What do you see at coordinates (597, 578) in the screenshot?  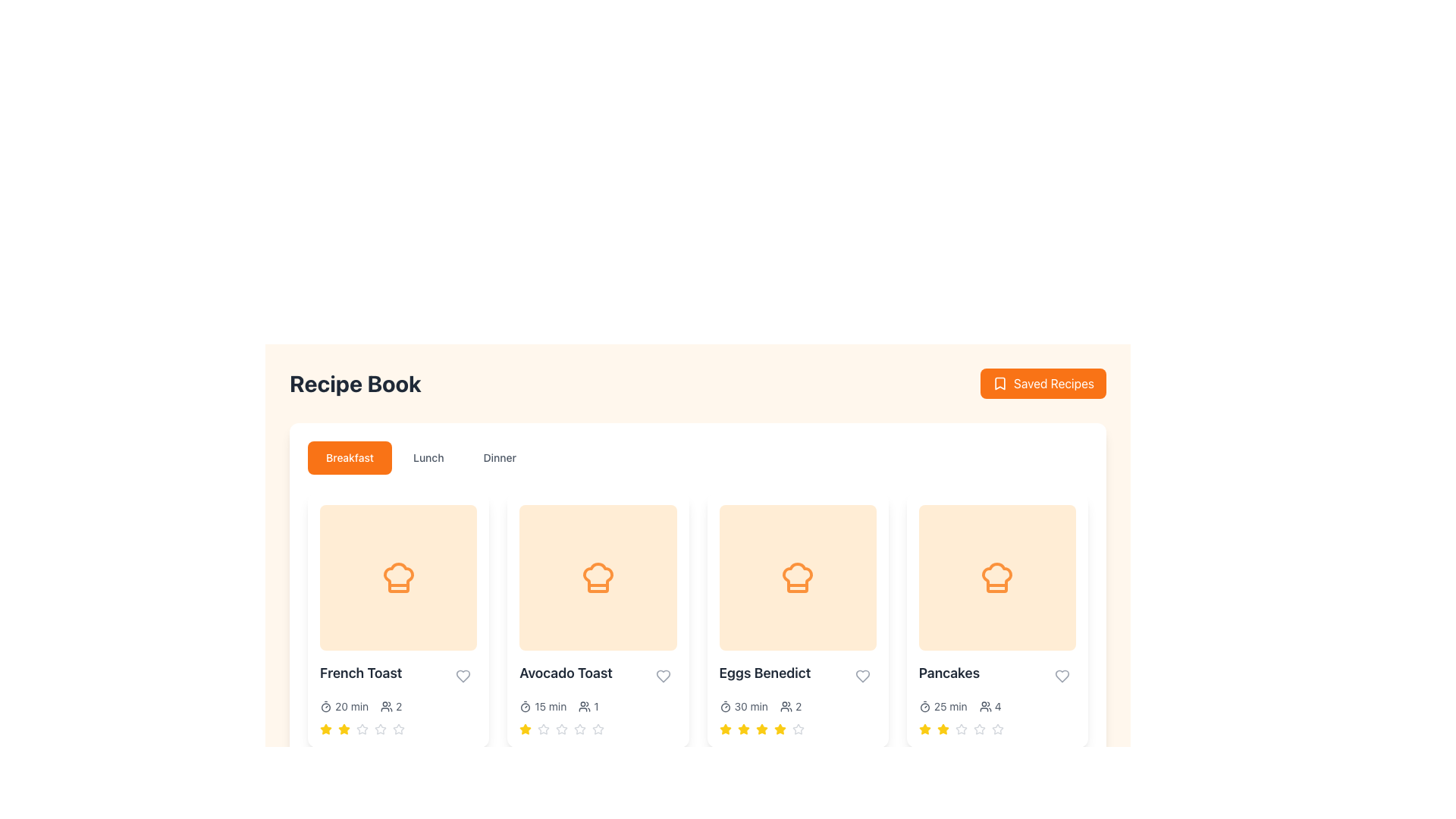 I see `the chef hat icon in the 'Avocado Toast' card under the 'Breakfast' tab to trigger hover effects` at bounding box center [597, 578].